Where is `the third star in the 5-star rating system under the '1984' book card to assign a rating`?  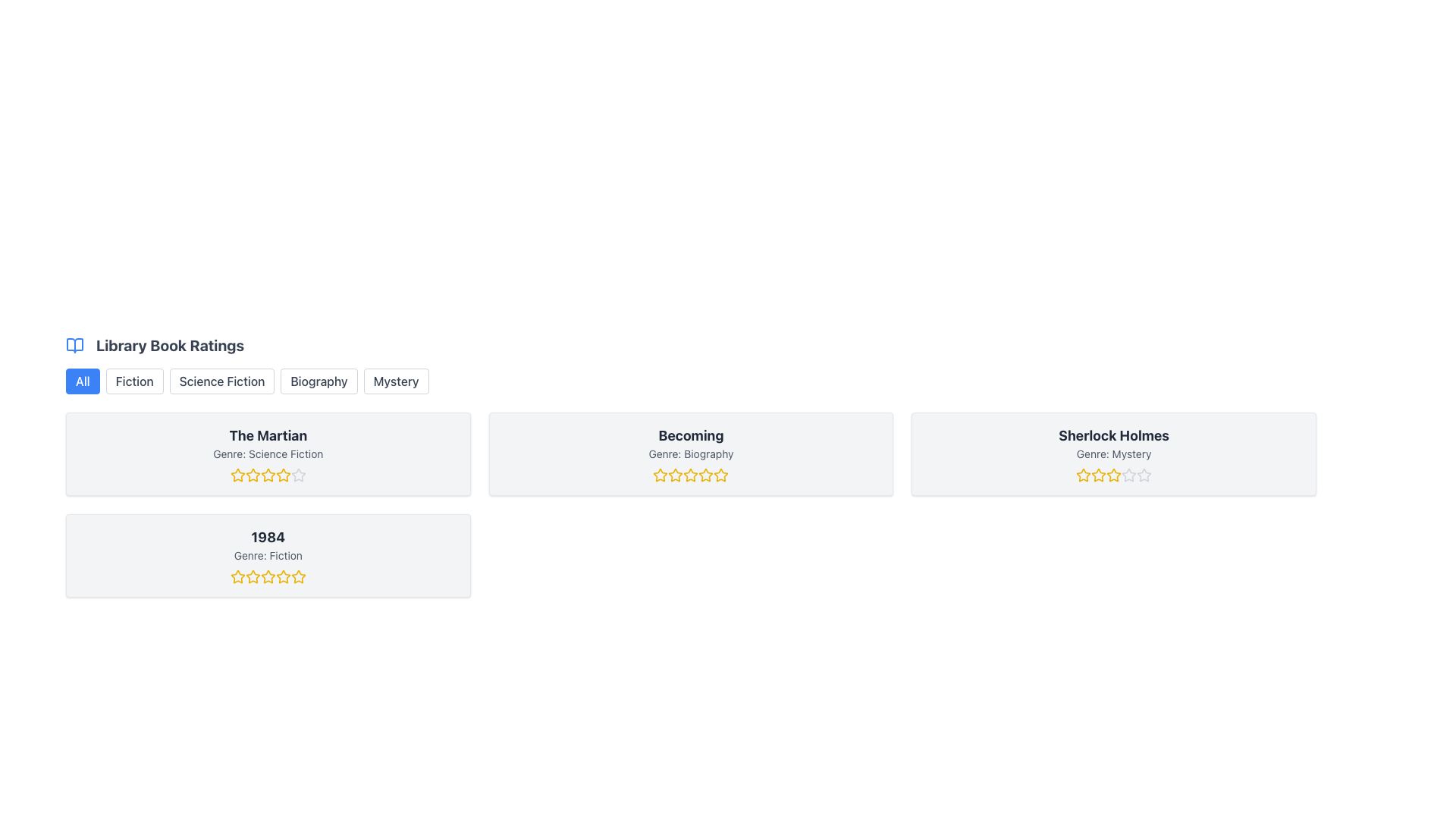
the third star in the 5-star rating system under the '1984' book card to assign a rating is located at coordinates (268, 576).